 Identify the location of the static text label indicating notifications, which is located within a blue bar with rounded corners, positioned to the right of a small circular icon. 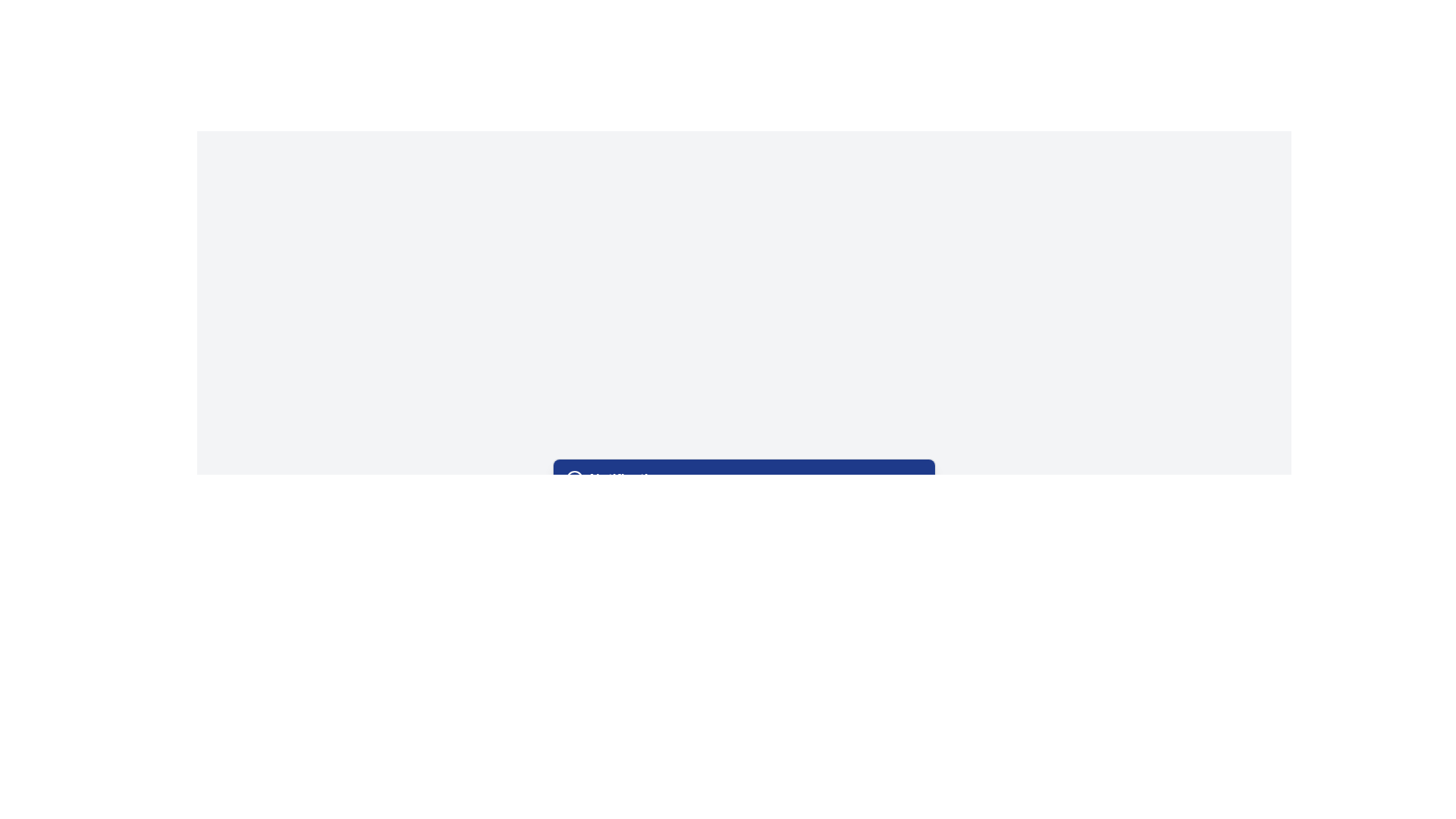
(627, 479).